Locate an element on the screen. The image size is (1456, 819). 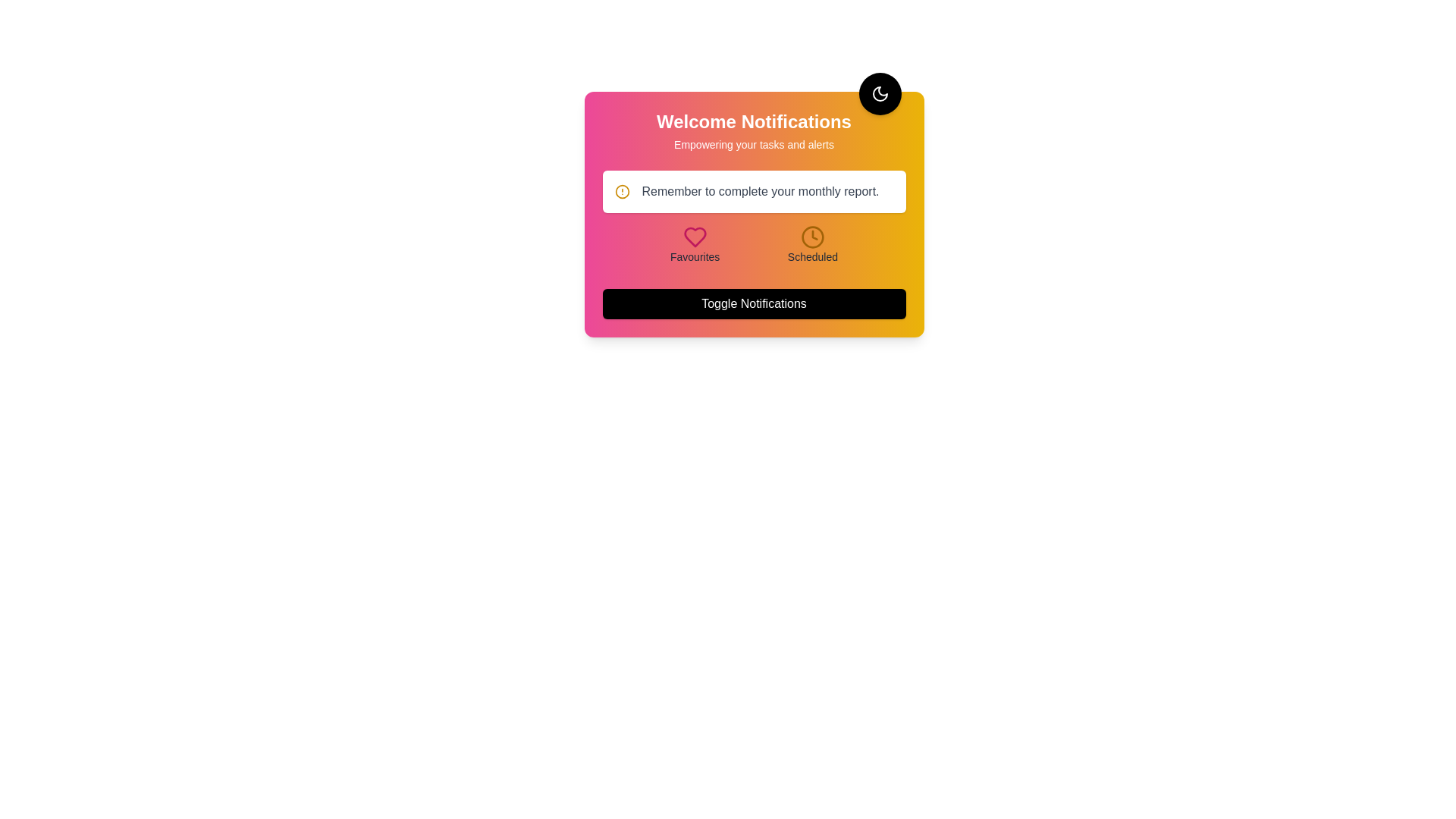
the label indicating 'Favorites' located below the heart-shaped icon in the 'Welcome Notifications' box is located at coordinates (694, 256).